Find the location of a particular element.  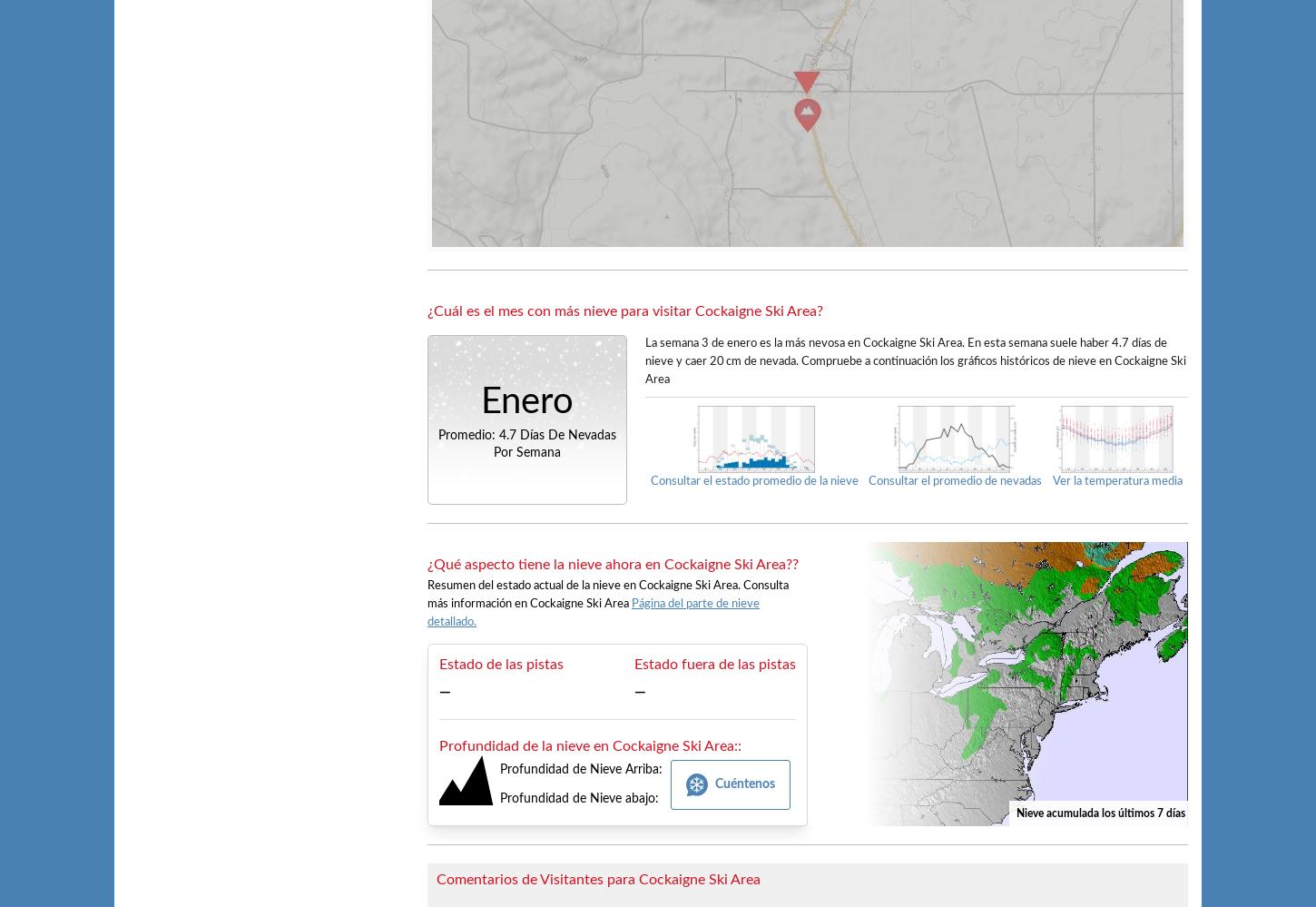

'Página del parte de nieve detallado.' is located at coordinates (592, 612).